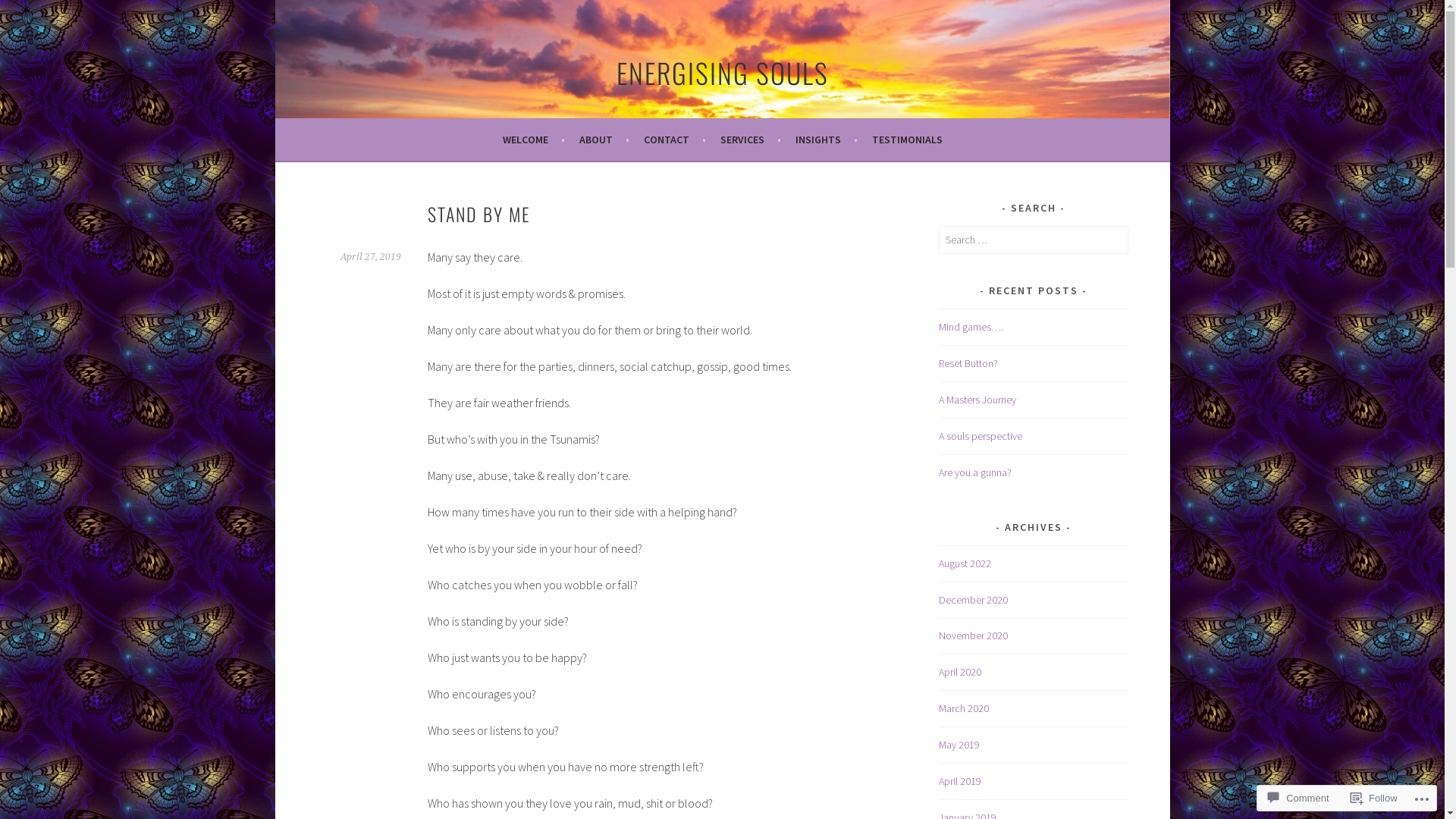 The width and height of the screenshot is (1456, 819). Describe the element at coordinates (720, 72) in the screenshot. I see `'ENERGISING SOULS'` at that location.